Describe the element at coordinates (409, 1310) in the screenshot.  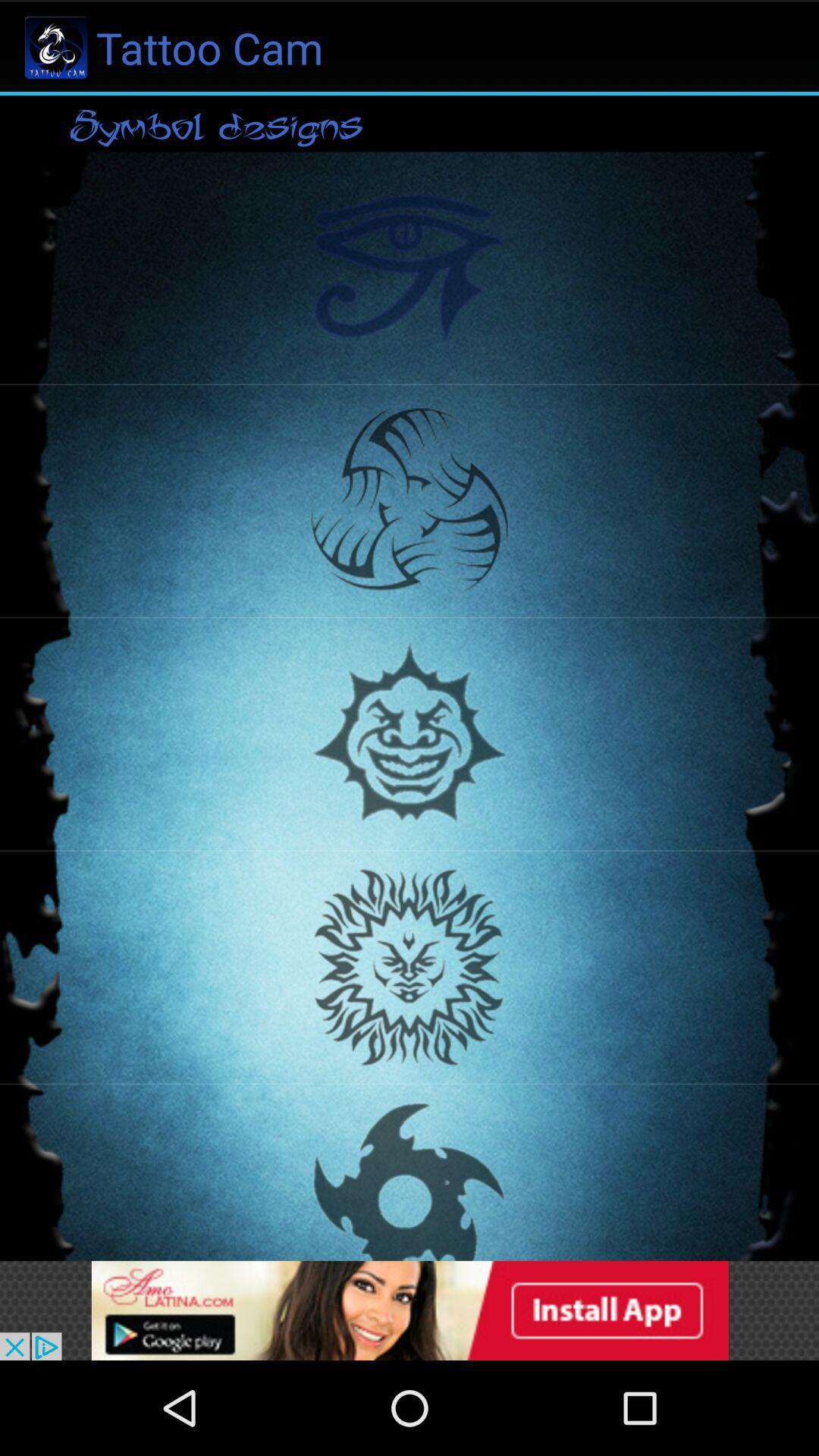
I see `advertisement to install app` at that location.